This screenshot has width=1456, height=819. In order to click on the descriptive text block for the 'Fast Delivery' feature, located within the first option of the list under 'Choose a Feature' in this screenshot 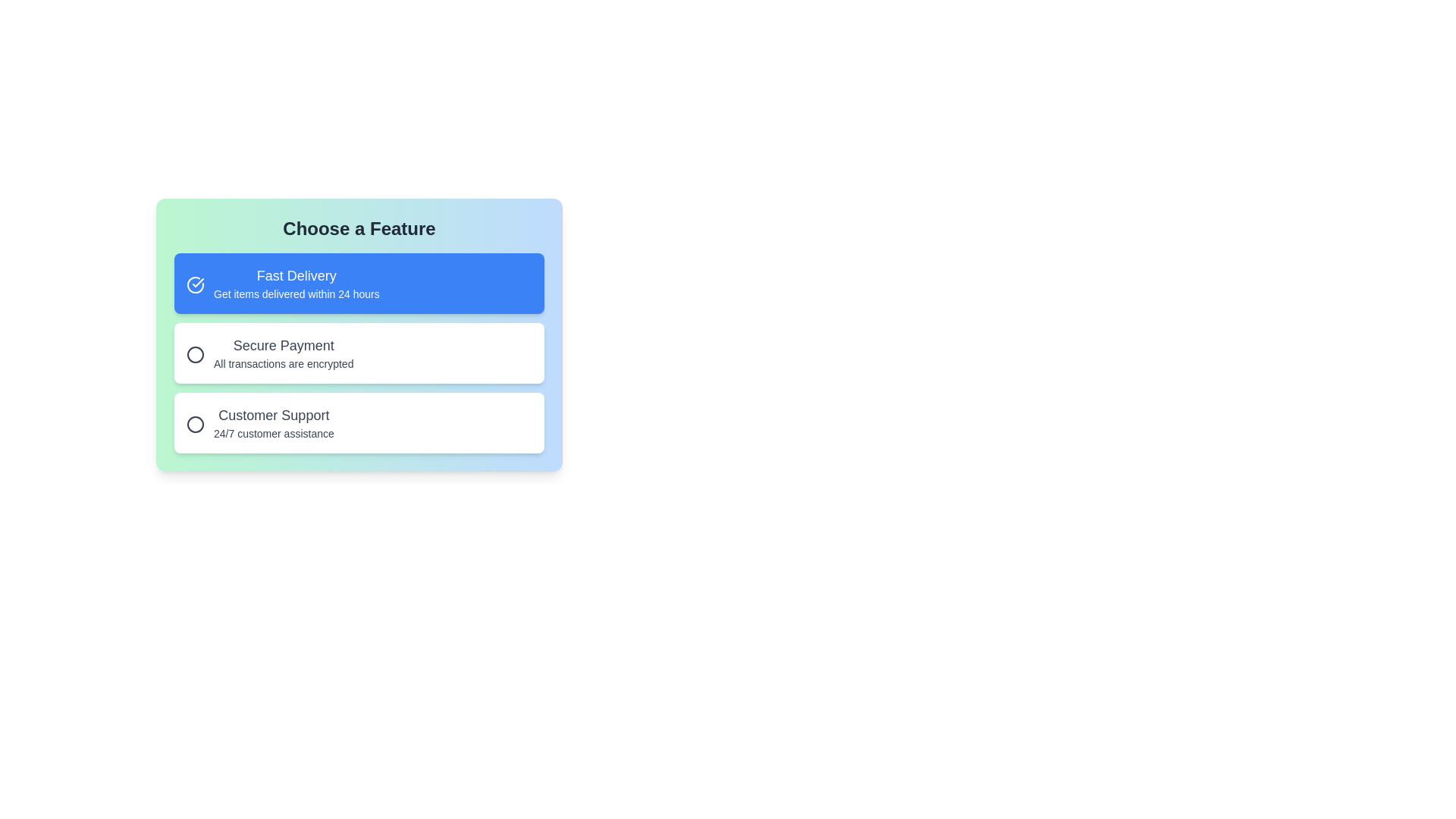, I will do `click(297, 284)`.